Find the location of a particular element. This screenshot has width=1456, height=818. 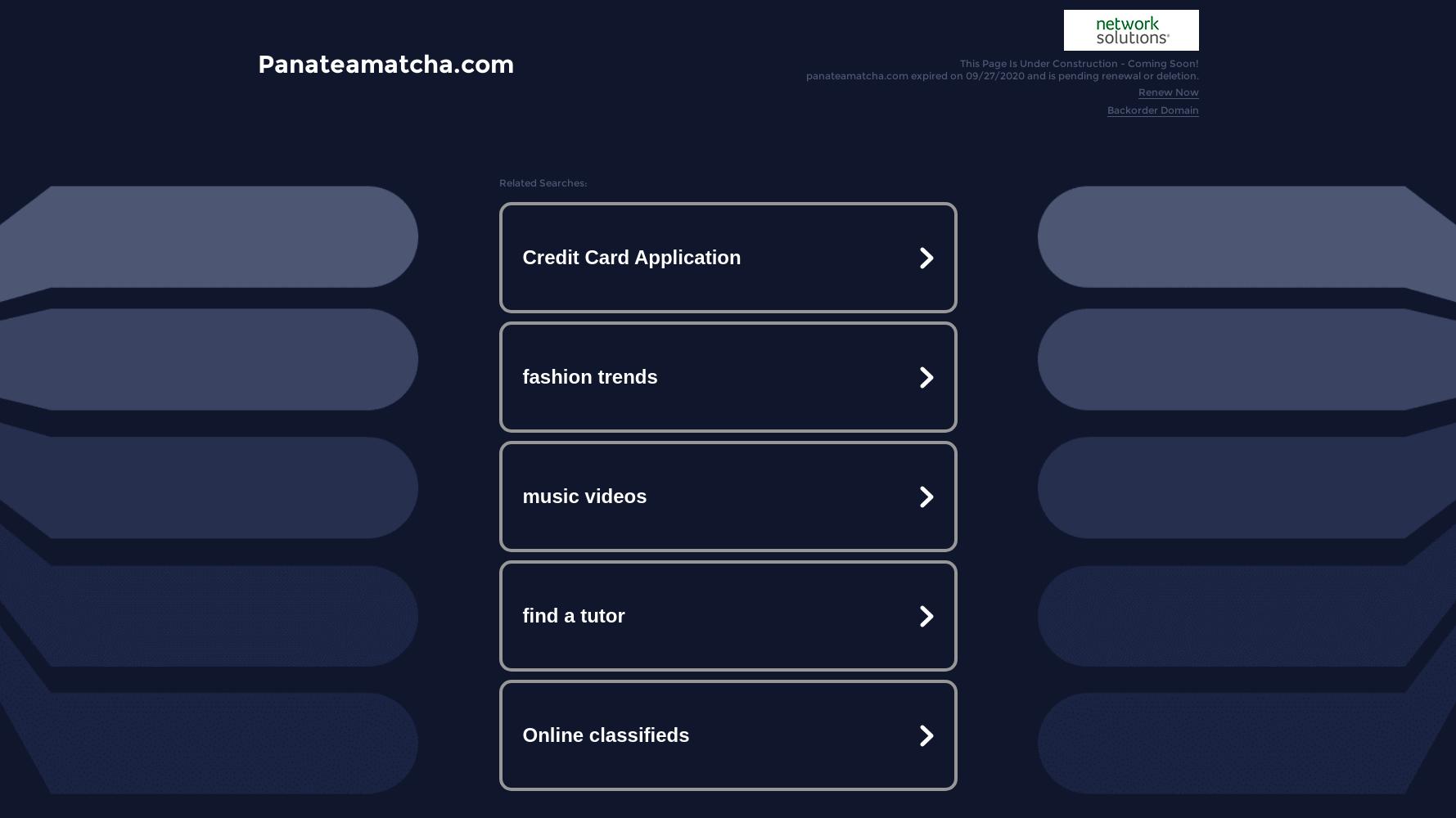

'Related Searches:' is located at coordinates (542, 182).